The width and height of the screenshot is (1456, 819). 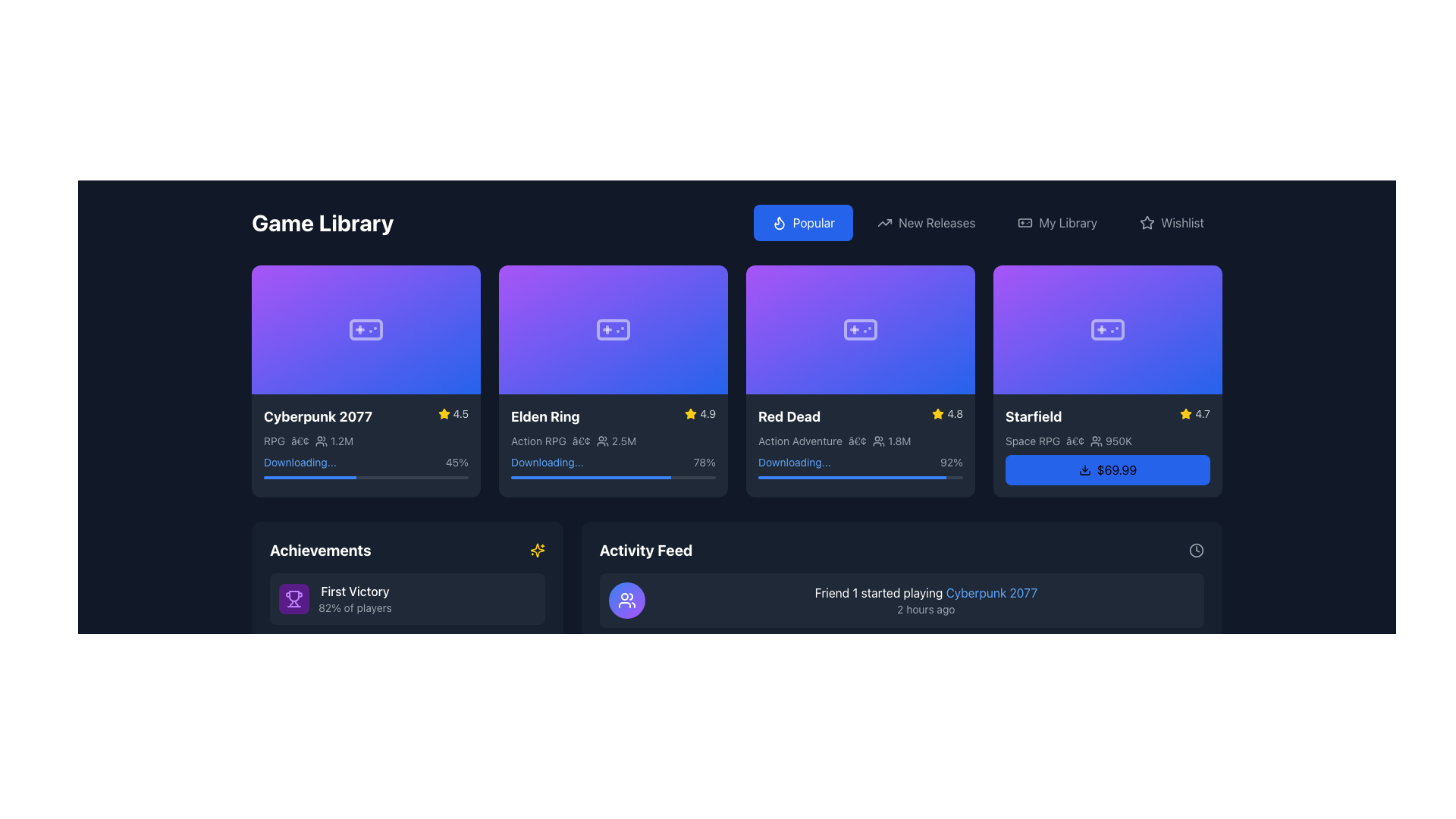 What do you see at coordinates (783, 476) in the screenshot?
I see `the download progress` at bounding box center [783, 476].